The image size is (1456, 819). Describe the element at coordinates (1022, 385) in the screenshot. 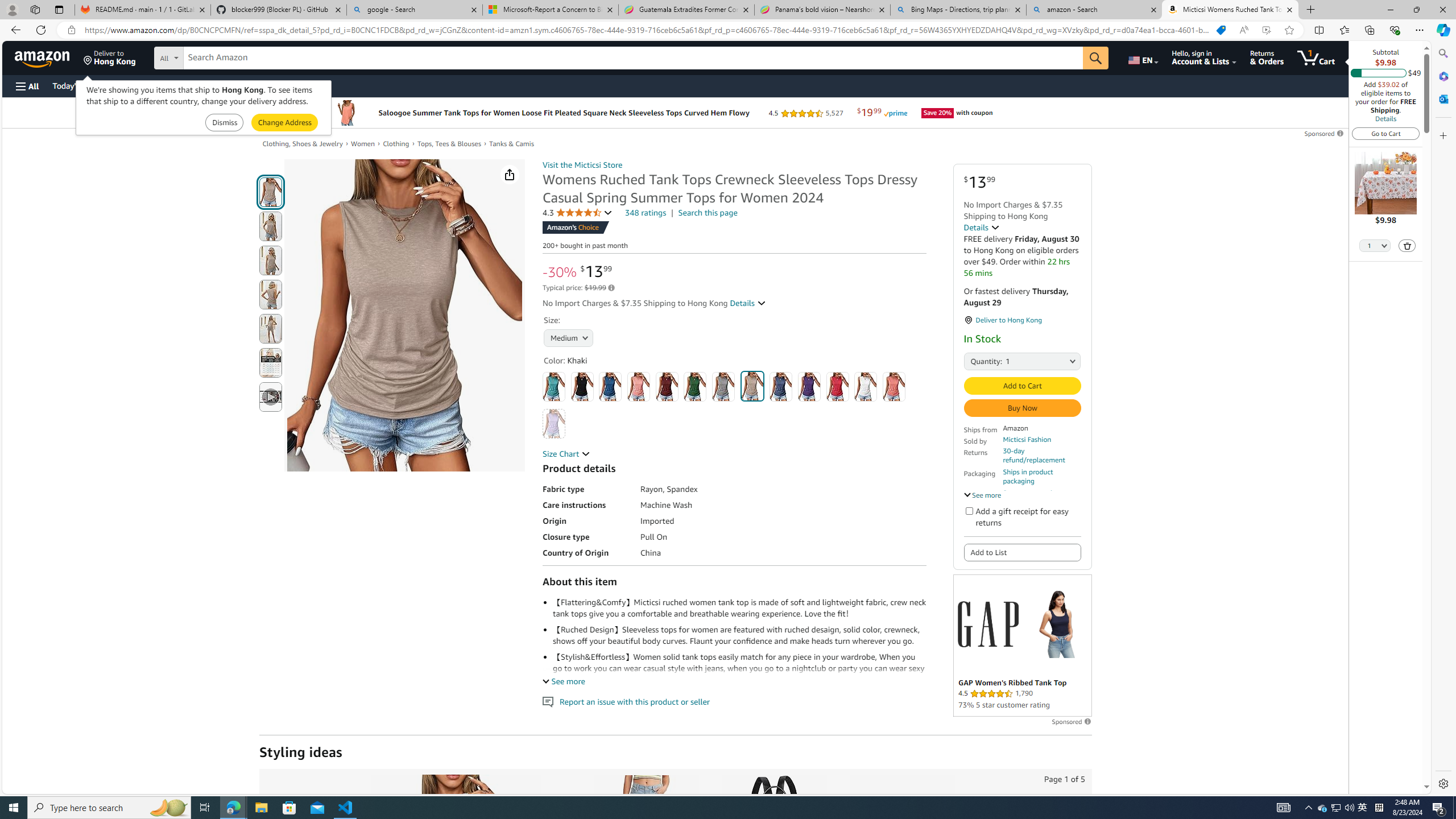

I see `'Add to Cart'` at that location.